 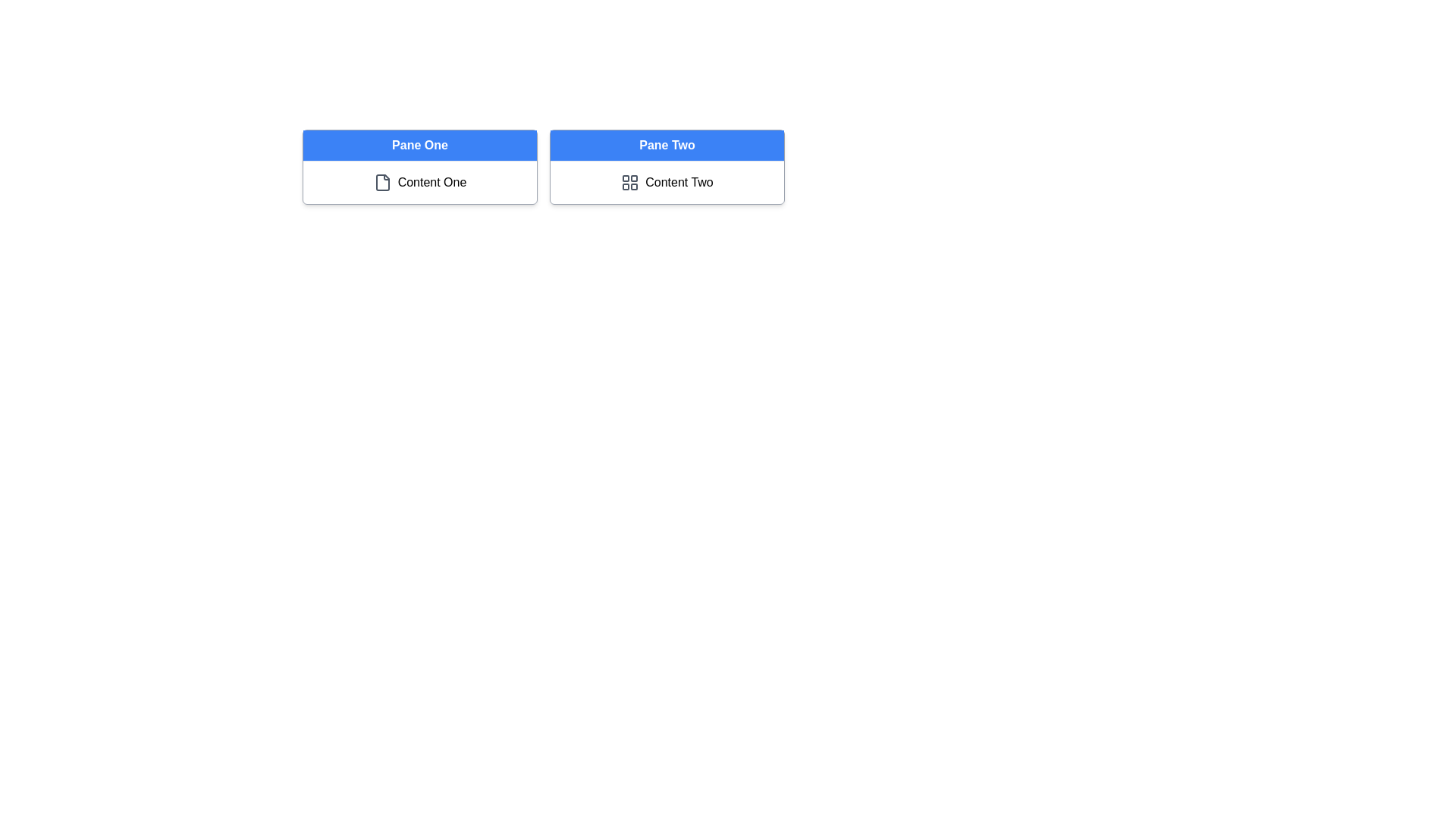 What do you see at coordinates (679, 181) in the screenshot?
I see `informational text displayed in the Text Label that shows 'Content Two', located within the right card labeled 'Pane Two'` at bounding box center [679, 181].